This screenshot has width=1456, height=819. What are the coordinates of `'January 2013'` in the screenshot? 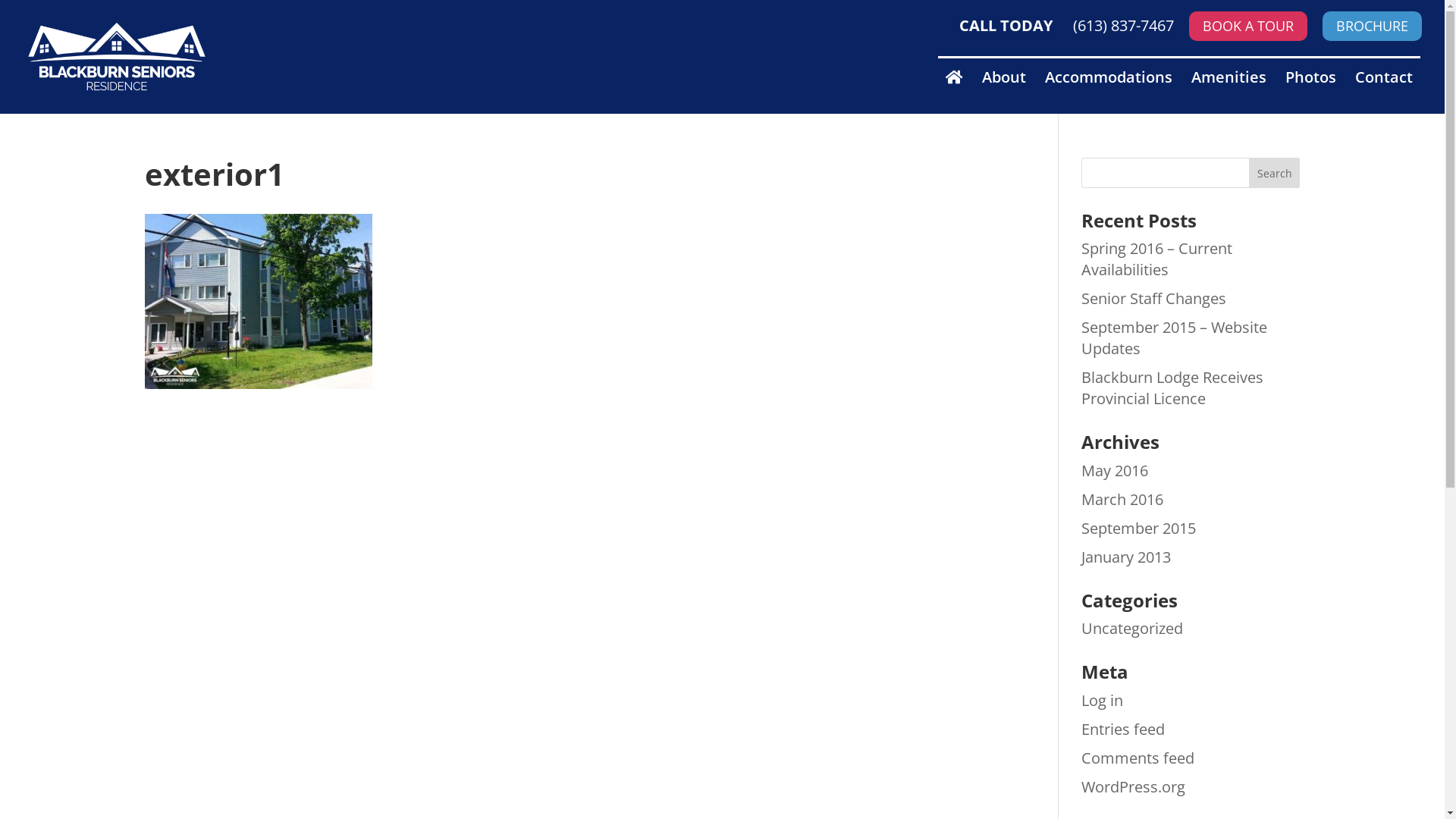 It's located at (1125, 557).